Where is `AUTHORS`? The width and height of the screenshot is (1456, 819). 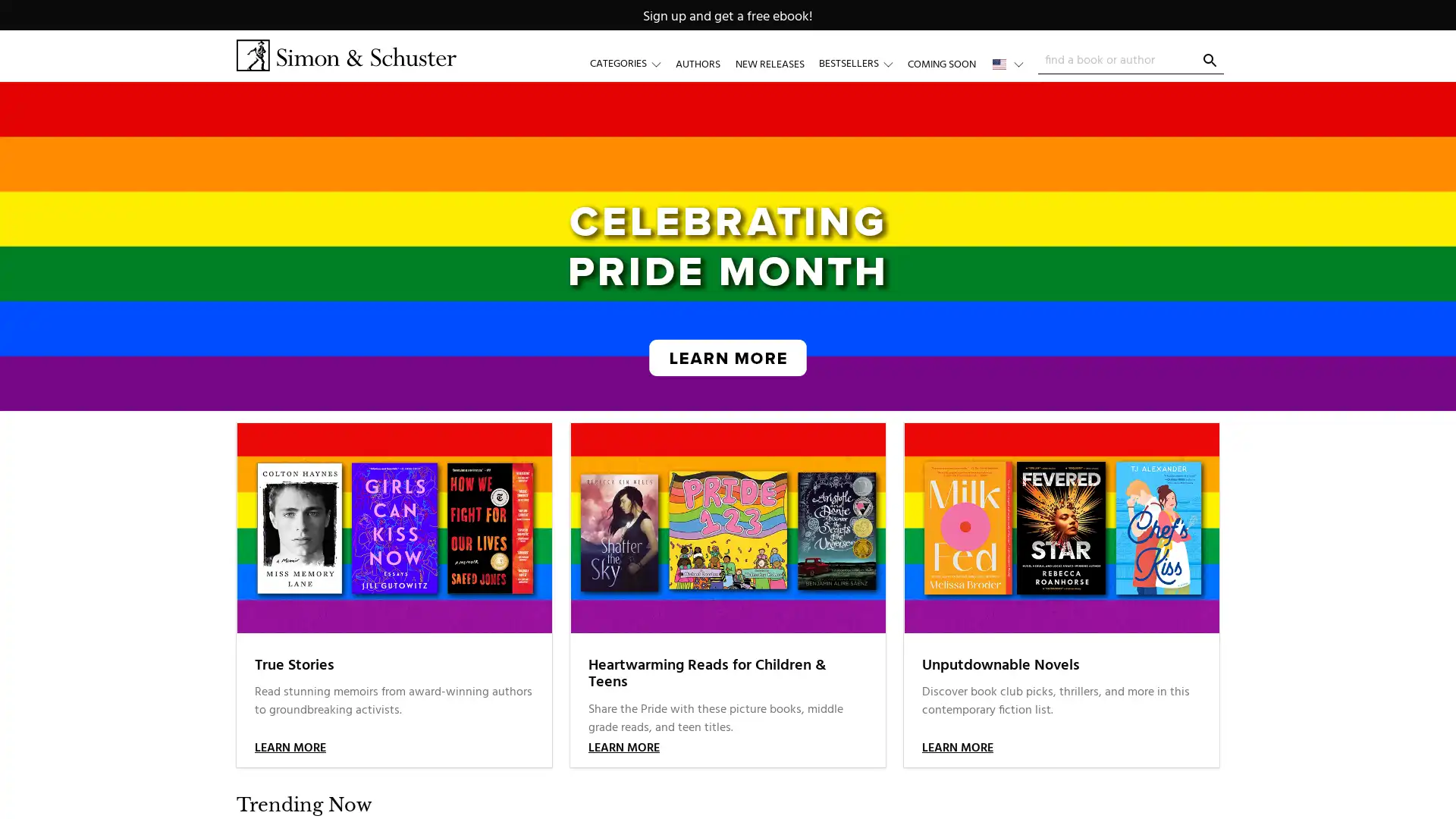
AUTHORS is located at coordinates (697, 63).